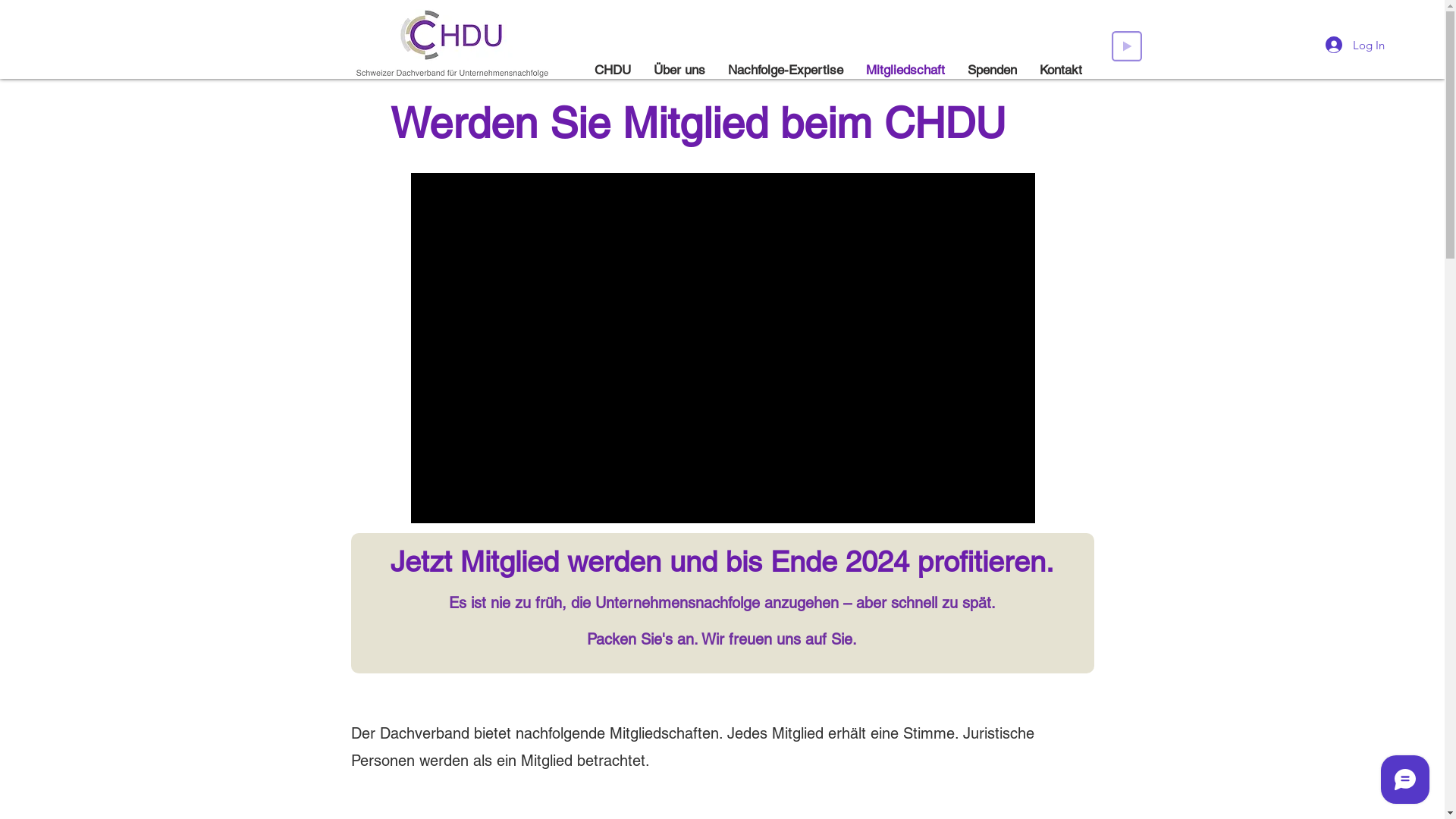  I want to click on 'Nachfolge-Expertise', so click(785, 70).